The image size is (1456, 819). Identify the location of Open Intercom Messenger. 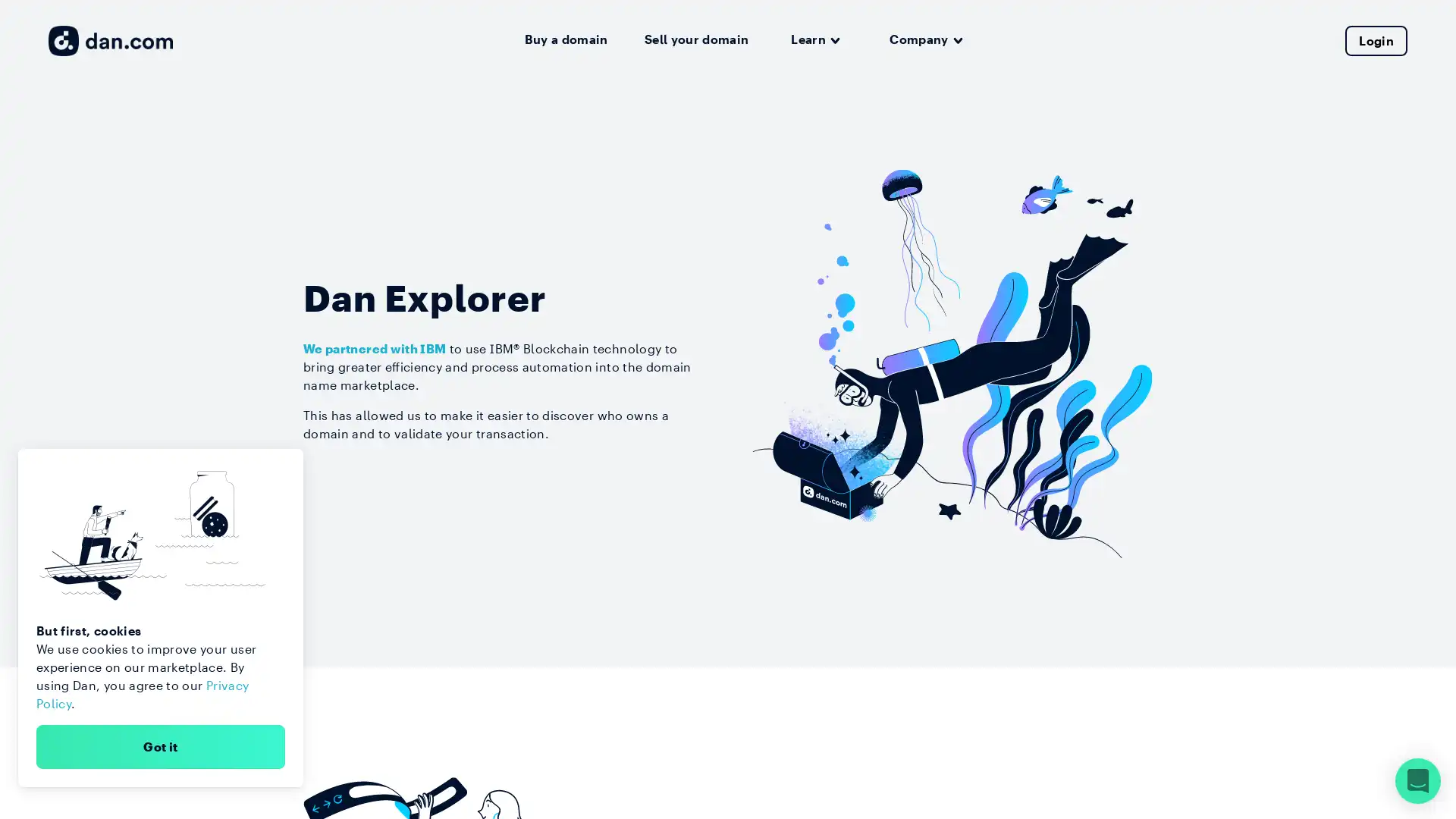
(1417, 780).